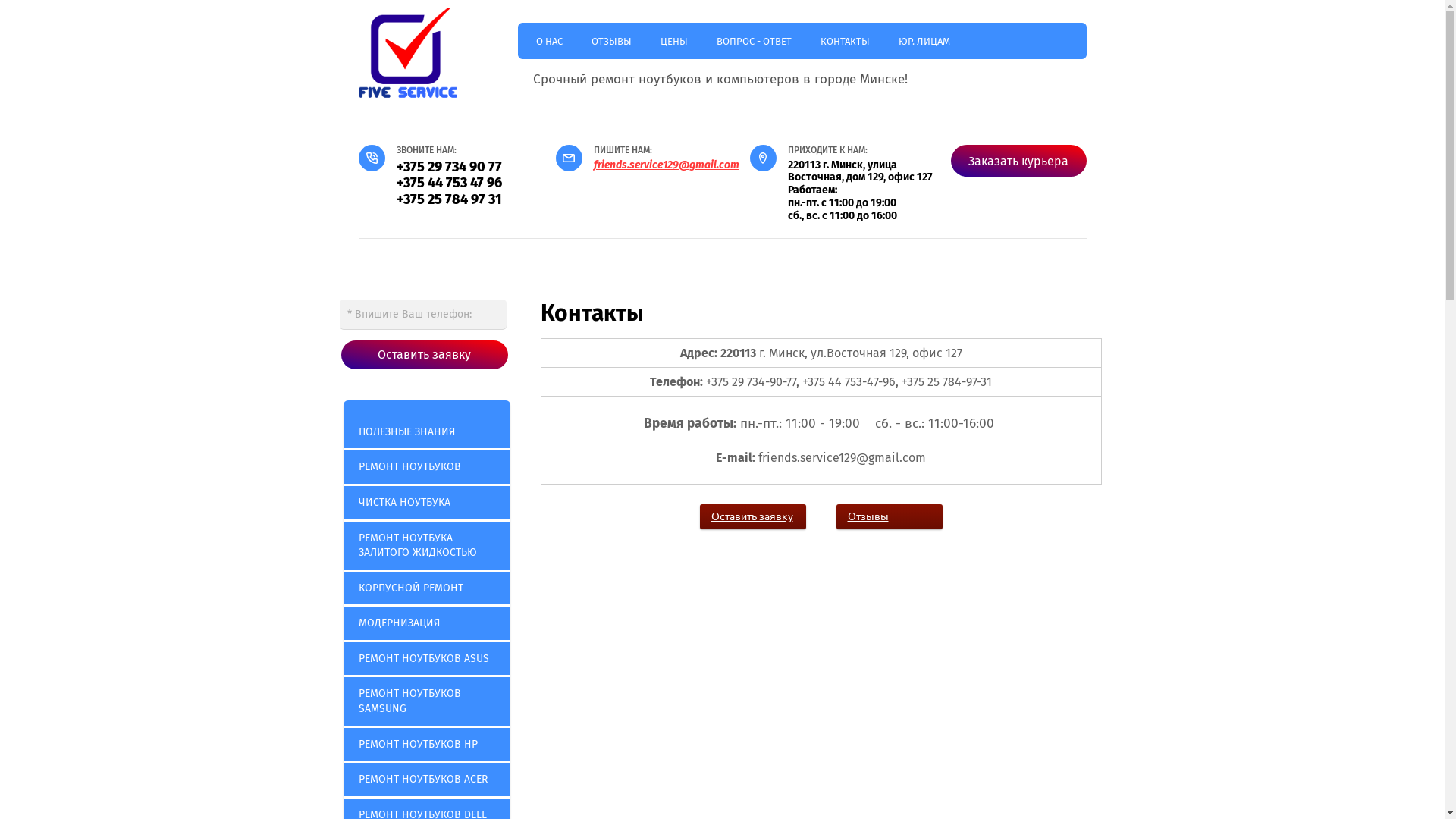  What do you see at coordinates (447, 198) in the screenshot?
I see `'+375 25 784 97 31'` at bounding box center [447, 198].